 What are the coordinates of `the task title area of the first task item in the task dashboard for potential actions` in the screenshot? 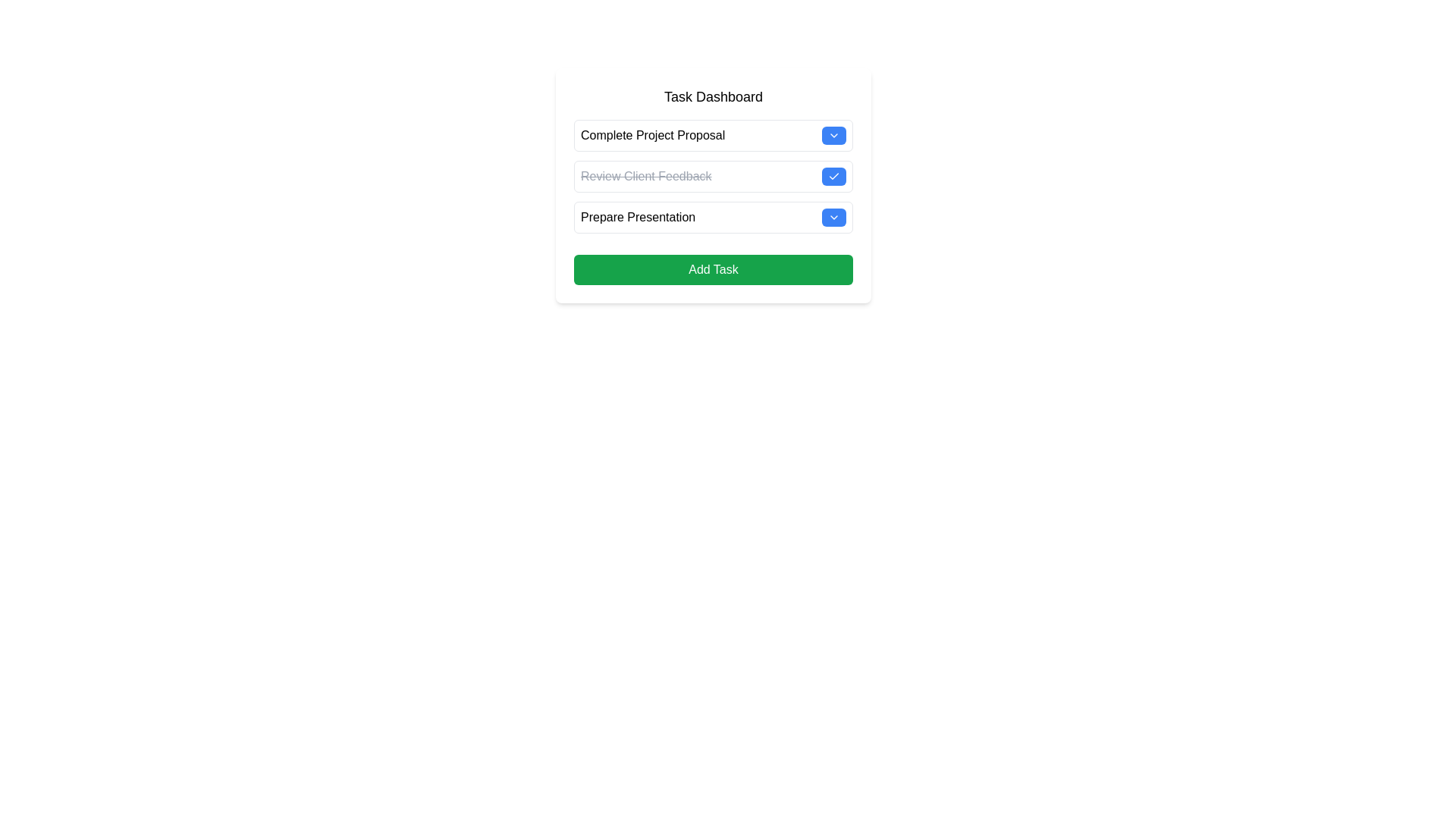 It's located at (712, 134).